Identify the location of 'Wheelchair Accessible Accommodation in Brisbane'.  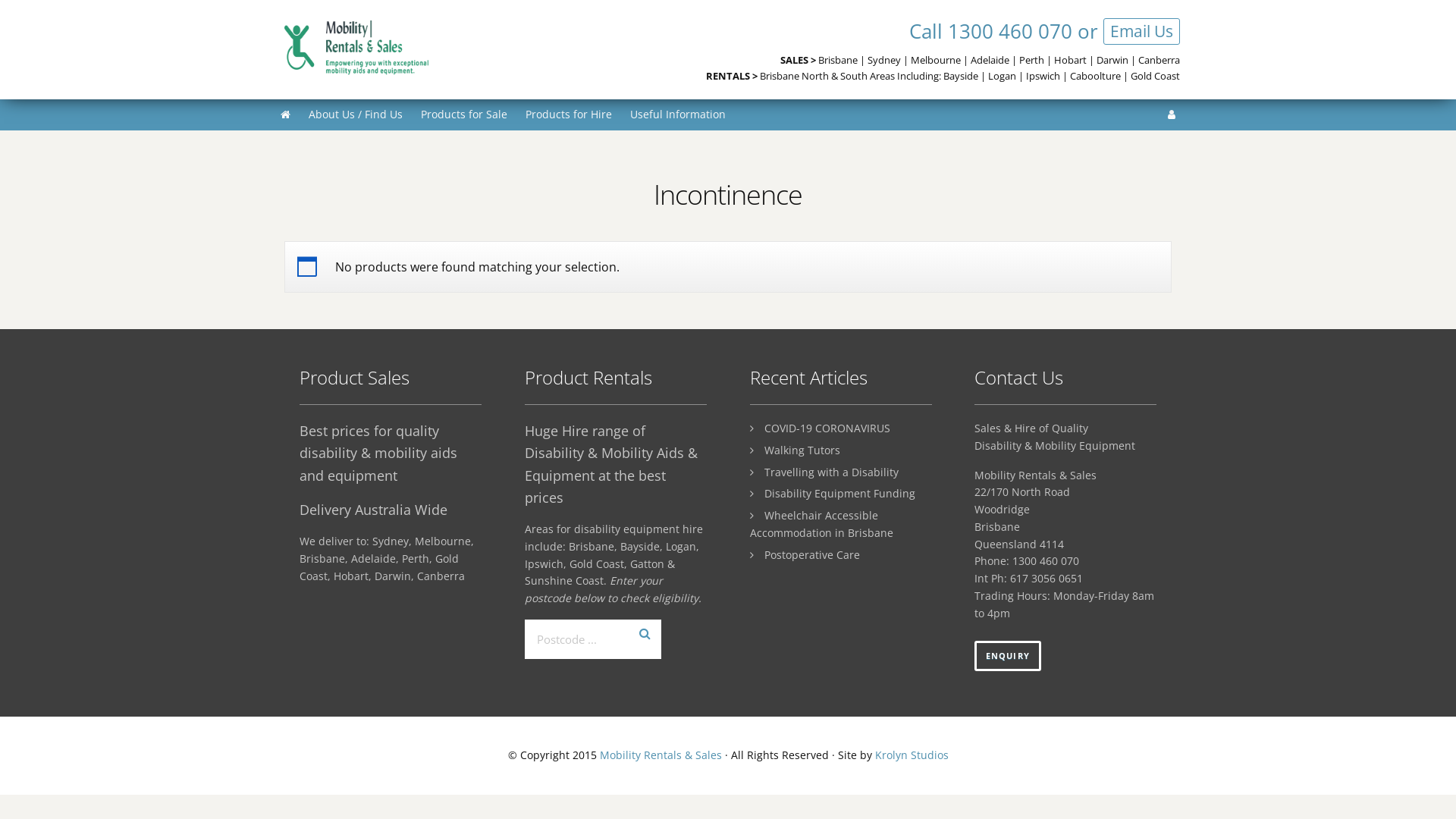
(749, 522).